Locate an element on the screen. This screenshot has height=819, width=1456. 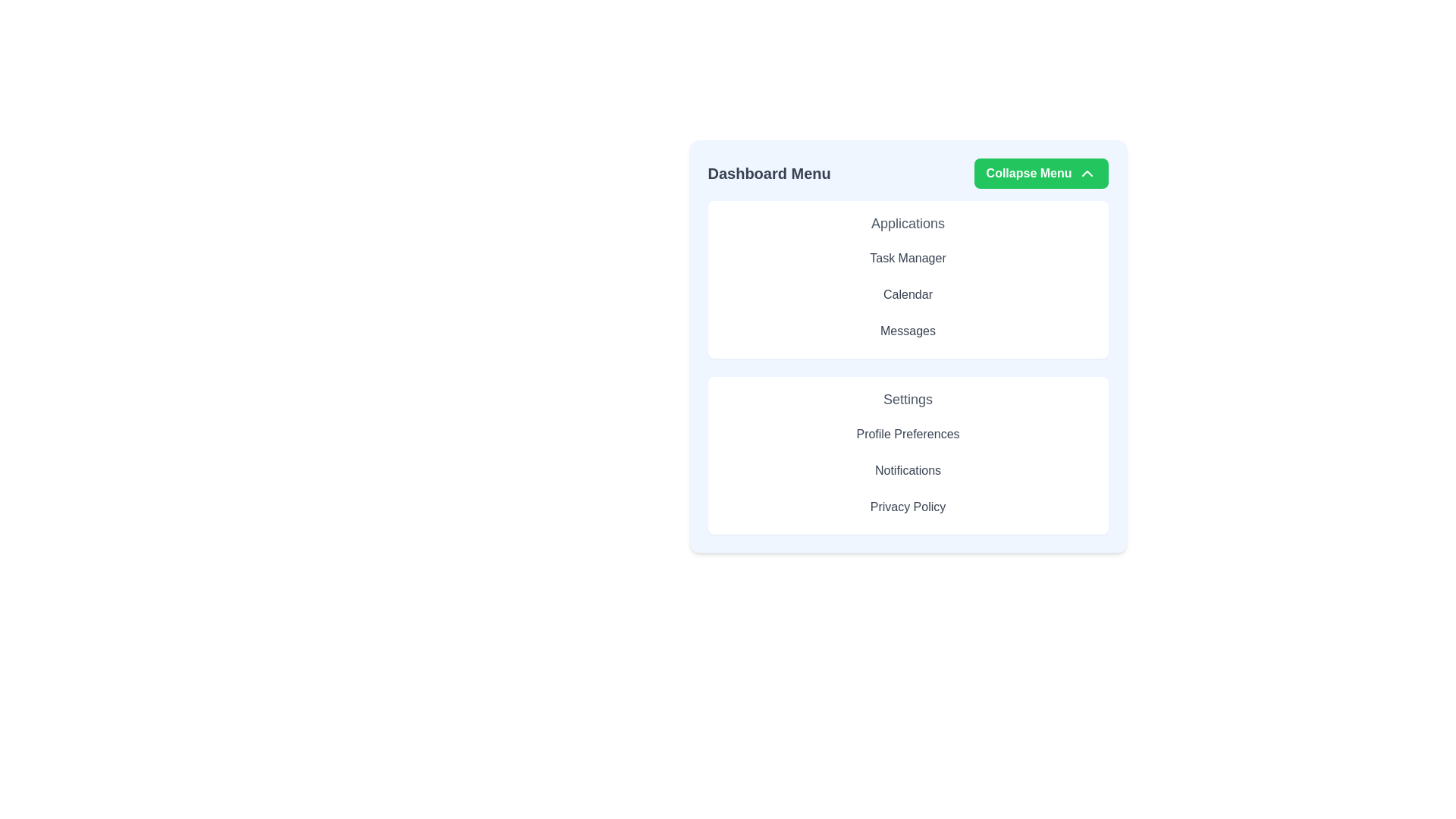
the 'Privacy Policy' text link located in the bottom part of the settings list is located at coordinates (908, 507).